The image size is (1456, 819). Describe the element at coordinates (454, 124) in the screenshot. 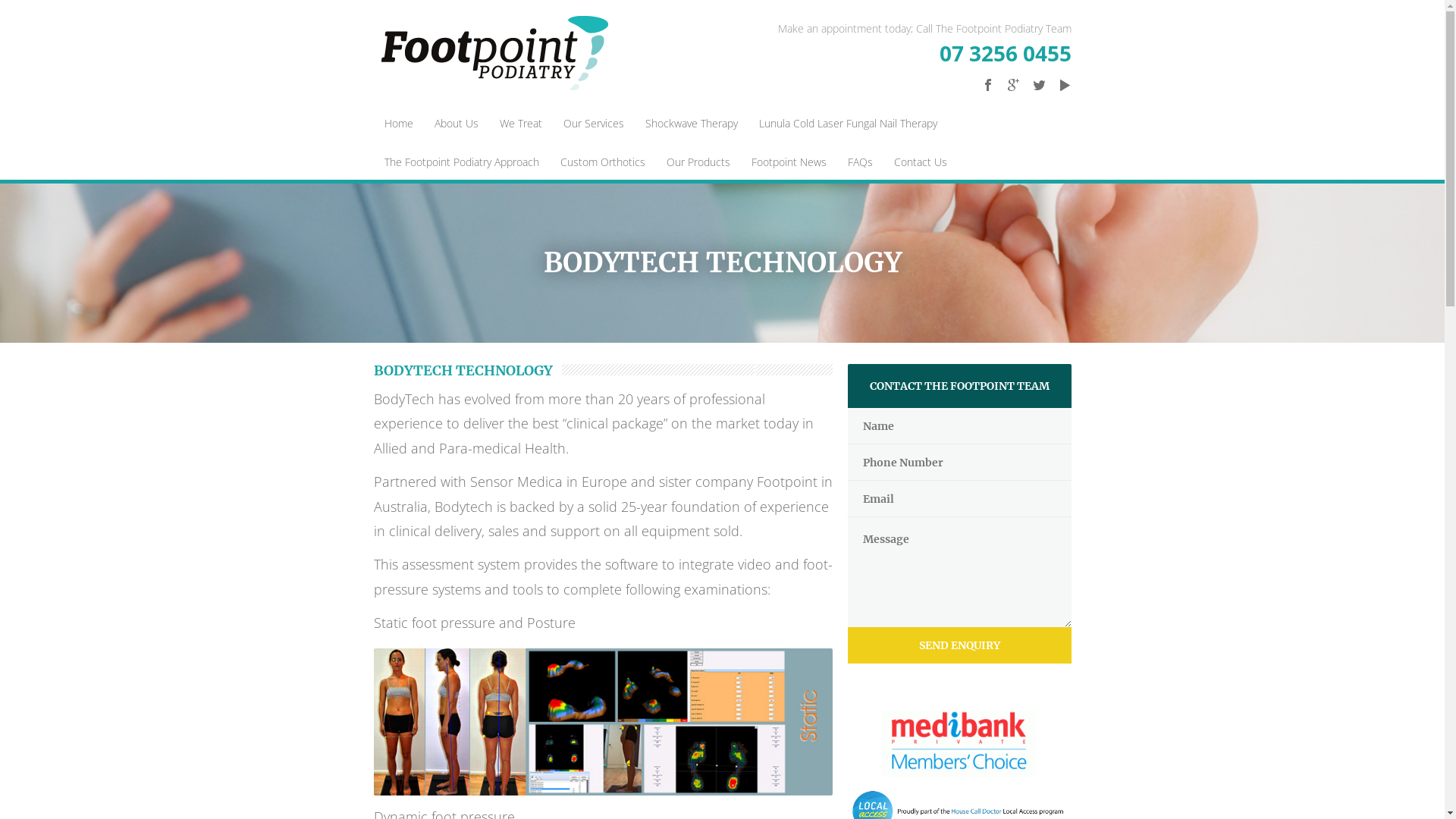

I see `'About Us'` at that location.